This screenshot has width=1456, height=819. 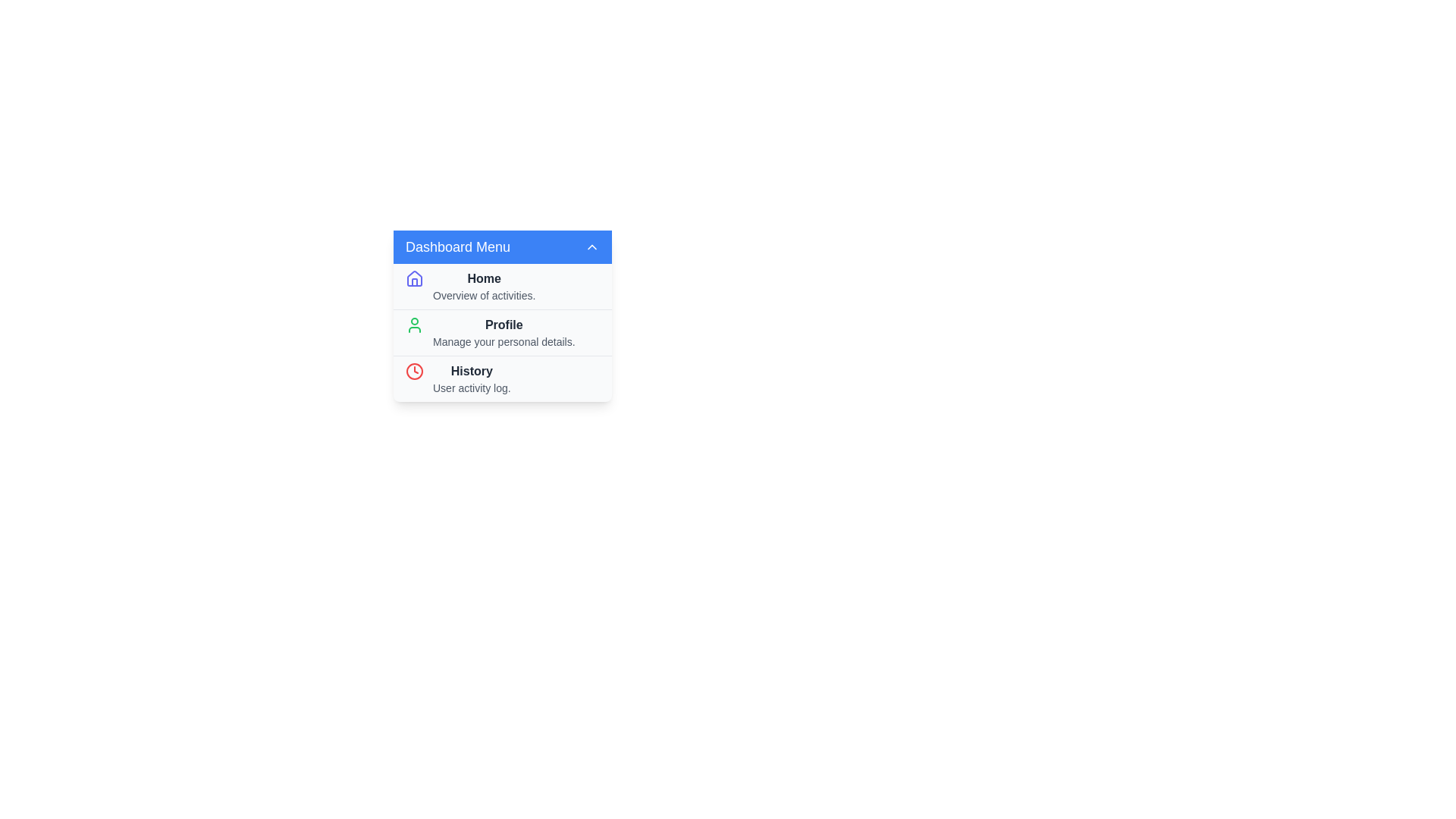 What do you see at coordinates (415, 371) in the screenshot?
I see `the red circular border of the clock icon located at the bottom of the 'History' menu in the dashboard` at bounding box center [415, 371].